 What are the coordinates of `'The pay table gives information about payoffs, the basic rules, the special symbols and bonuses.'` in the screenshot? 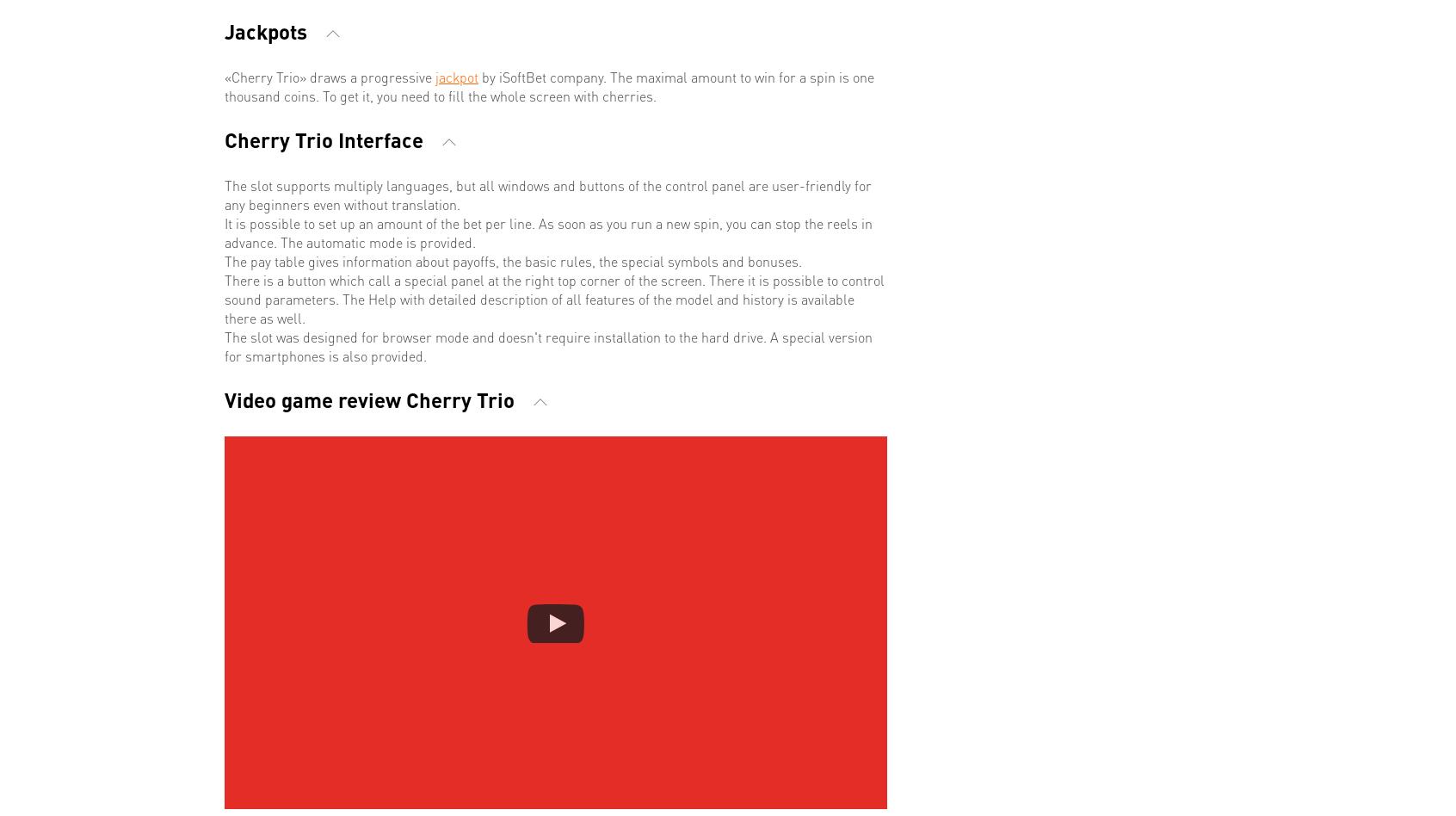 It's located at (512, 260).